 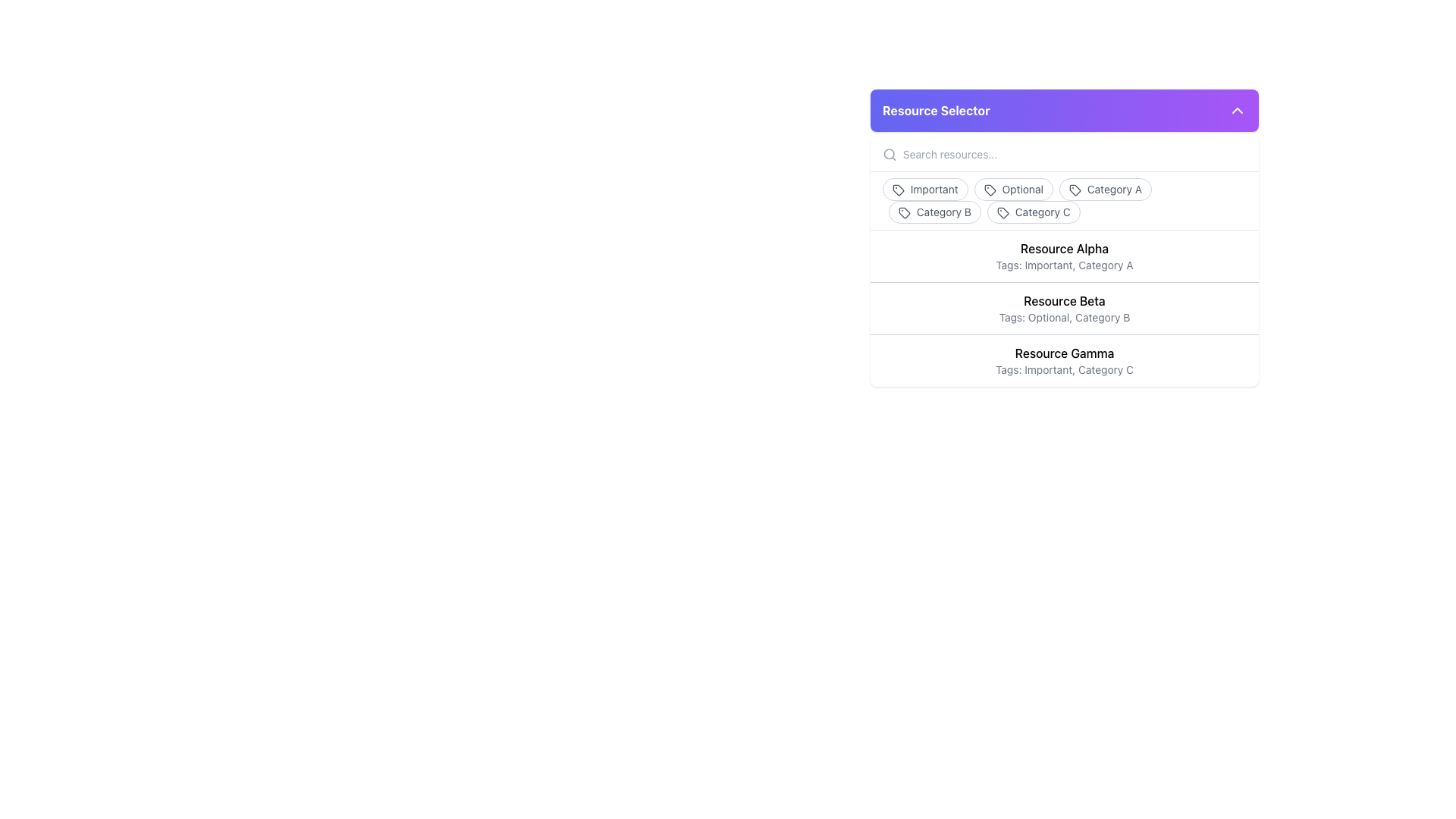 I want to click on the 'Category A' button, which is a rounded badge-like button with a tag icon, located in the 'Resource Selector' section as the third button from the left, so click(x=1106, y=189).